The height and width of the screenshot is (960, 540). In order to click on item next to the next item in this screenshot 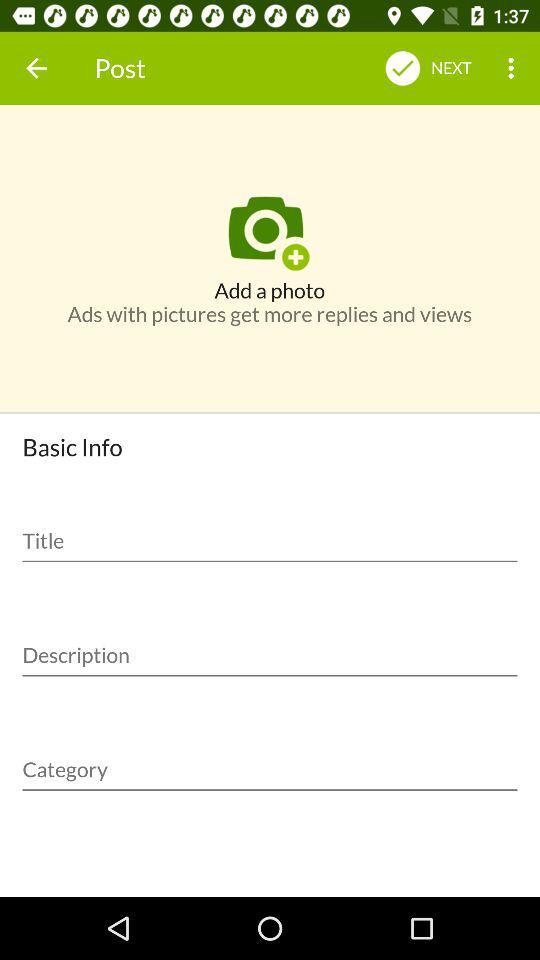, I will do `click(513, 68)`.